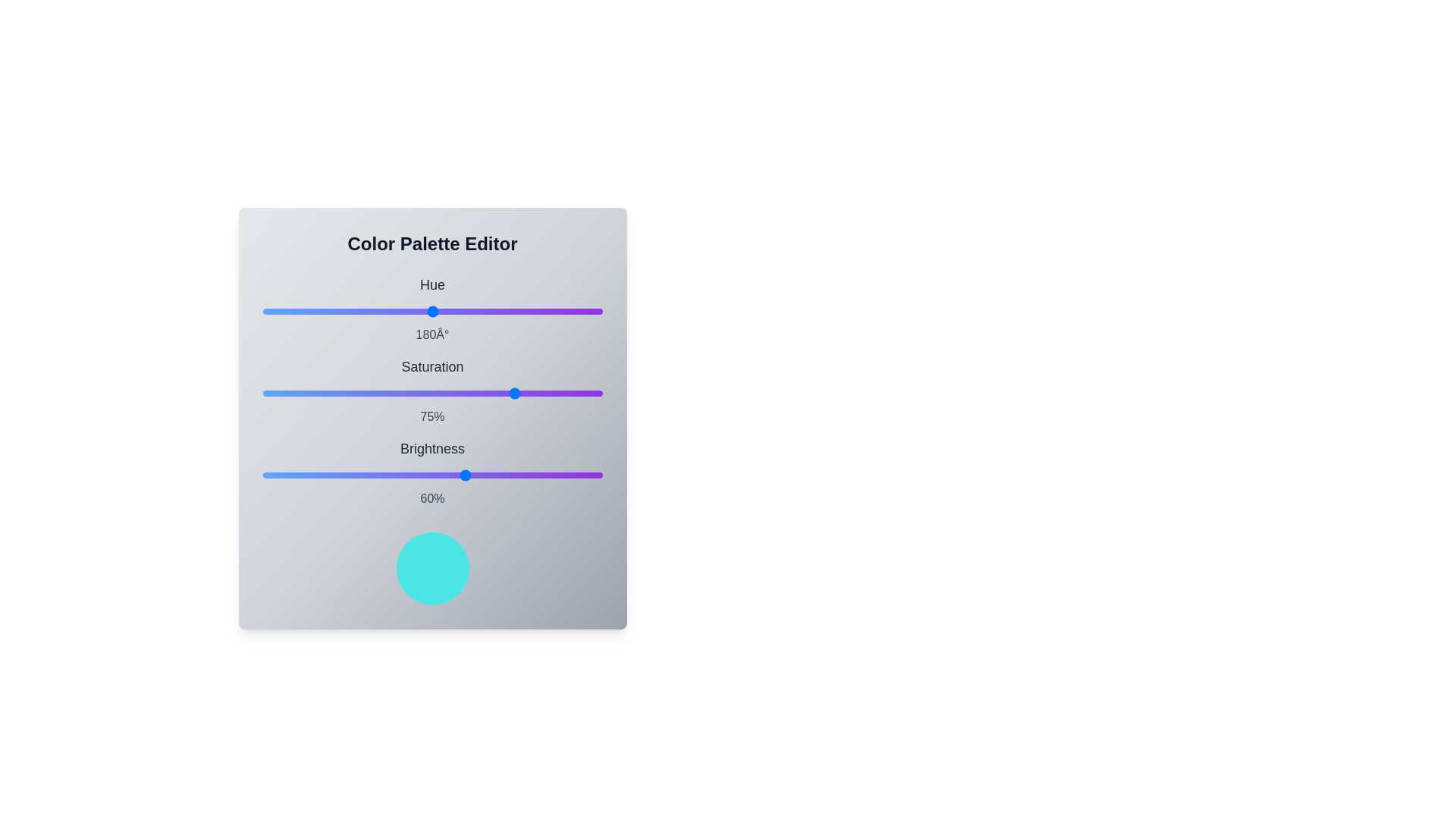  I want to click on the saturation slider to 80%, so click(534, 393).